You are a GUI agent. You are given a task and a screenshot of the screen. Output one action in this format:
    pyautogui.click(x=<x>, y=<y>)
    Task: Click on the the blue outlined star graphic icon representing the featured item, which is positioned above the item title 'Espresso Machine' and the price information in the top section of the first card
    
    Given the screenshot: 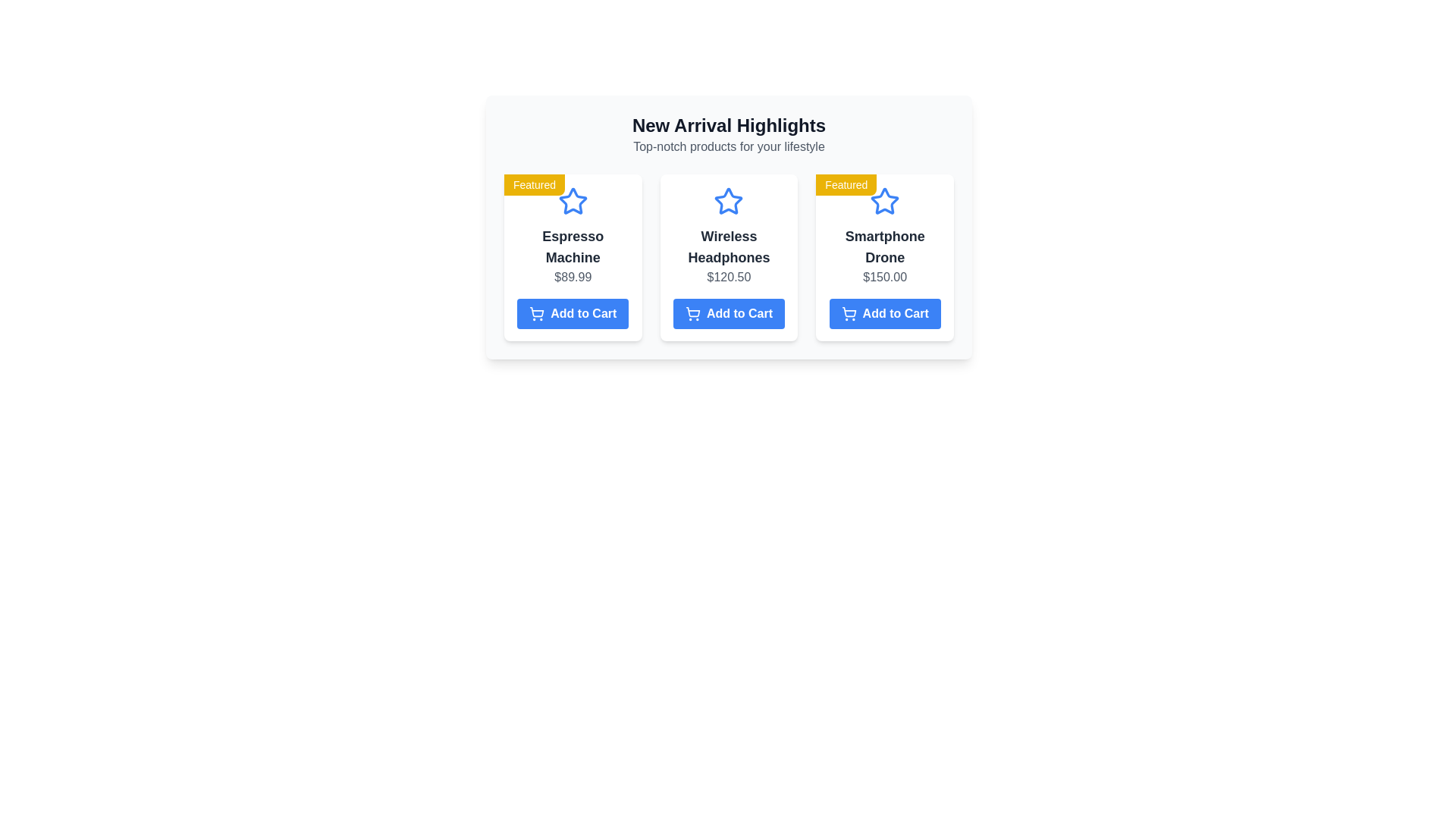 What is the action you would take?
    pyautogui.click(x=572, y=201)
    